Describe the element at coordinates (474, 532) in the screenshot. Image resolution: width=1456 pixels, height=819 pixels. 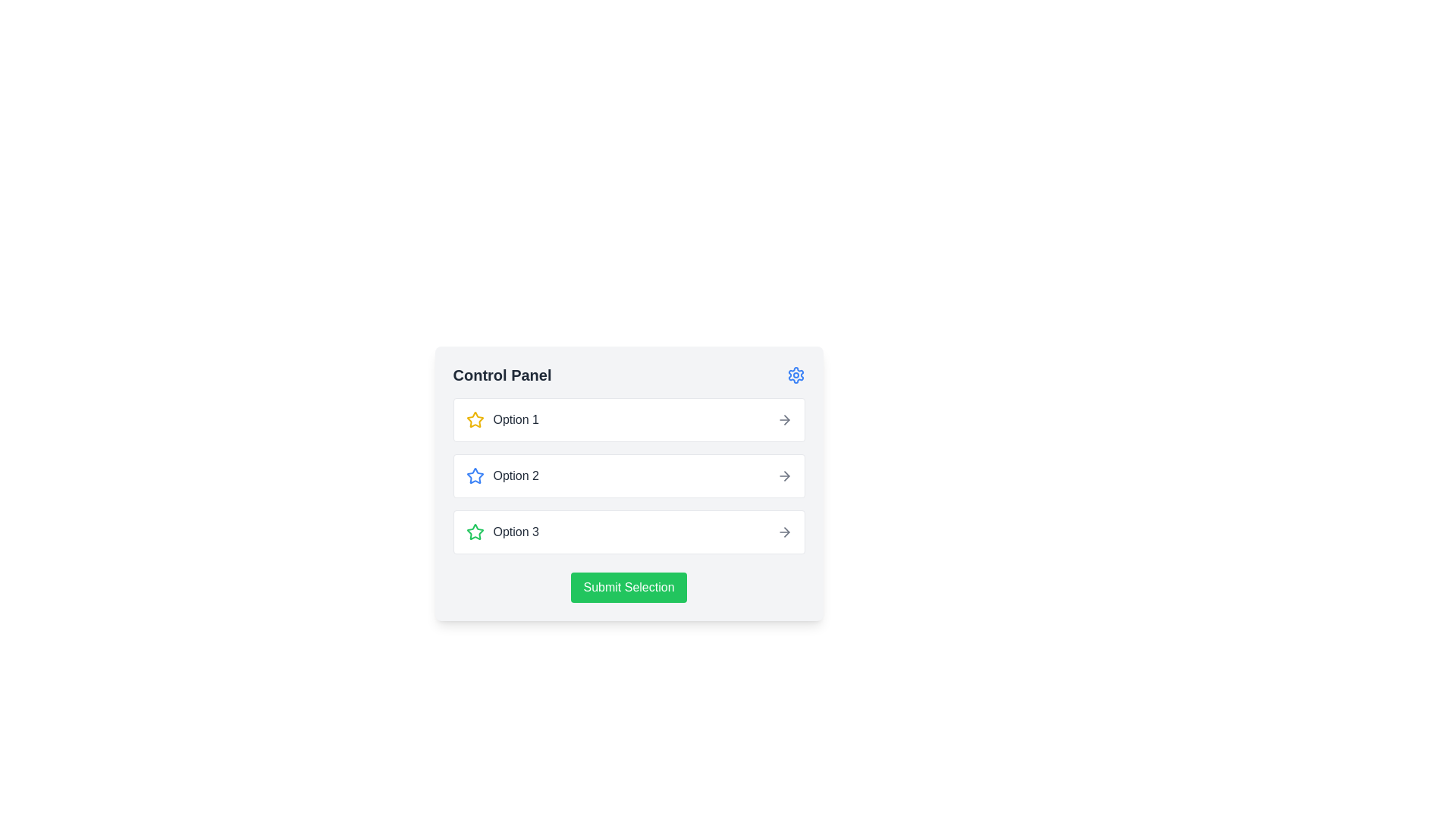
I see `the Icon that indicates 'Option 3', located on the left side of the 'Option 3' row in the control panel` at that location.